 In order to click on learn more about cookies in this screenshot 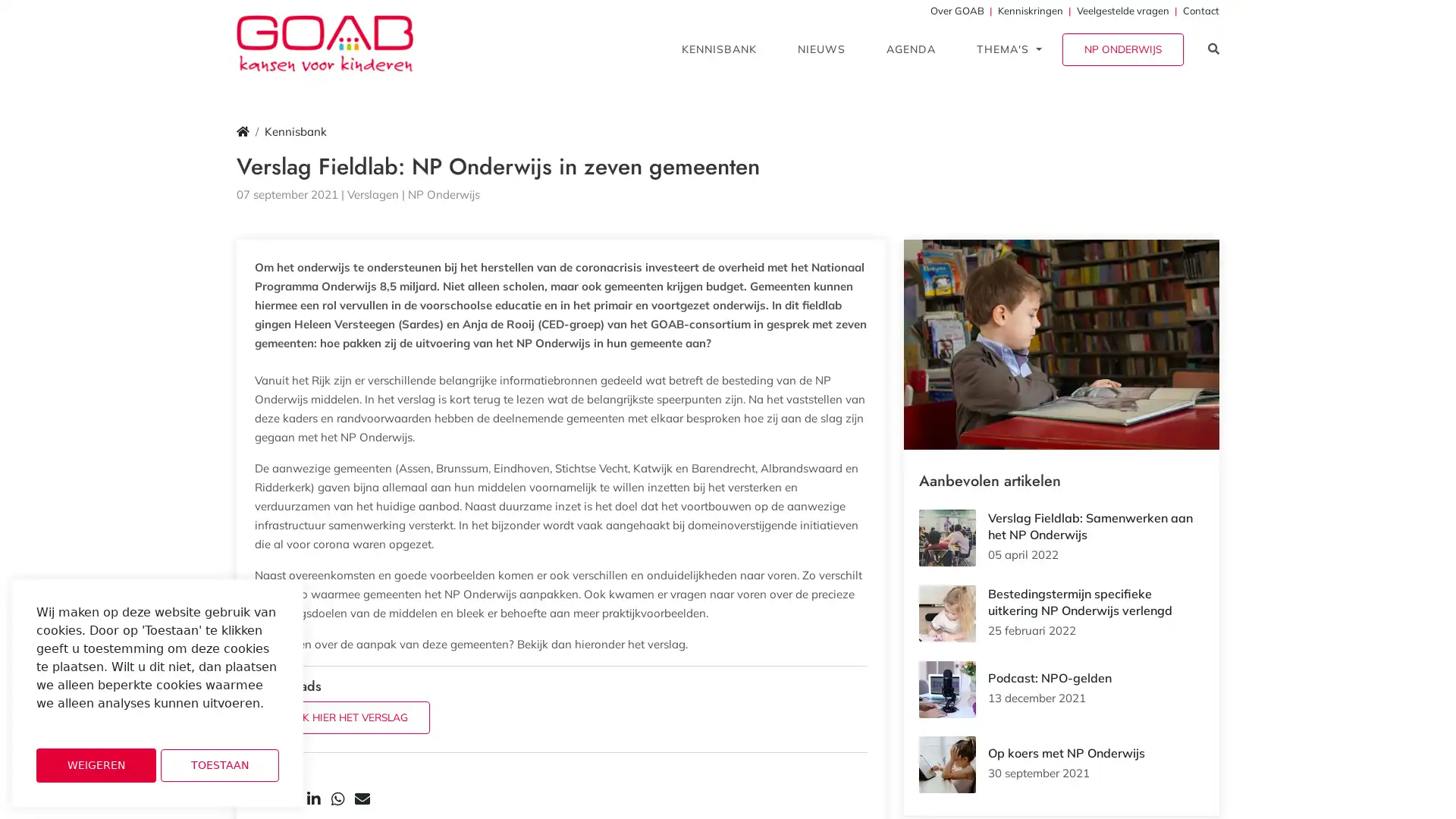, I will do `click(76, 723)`.